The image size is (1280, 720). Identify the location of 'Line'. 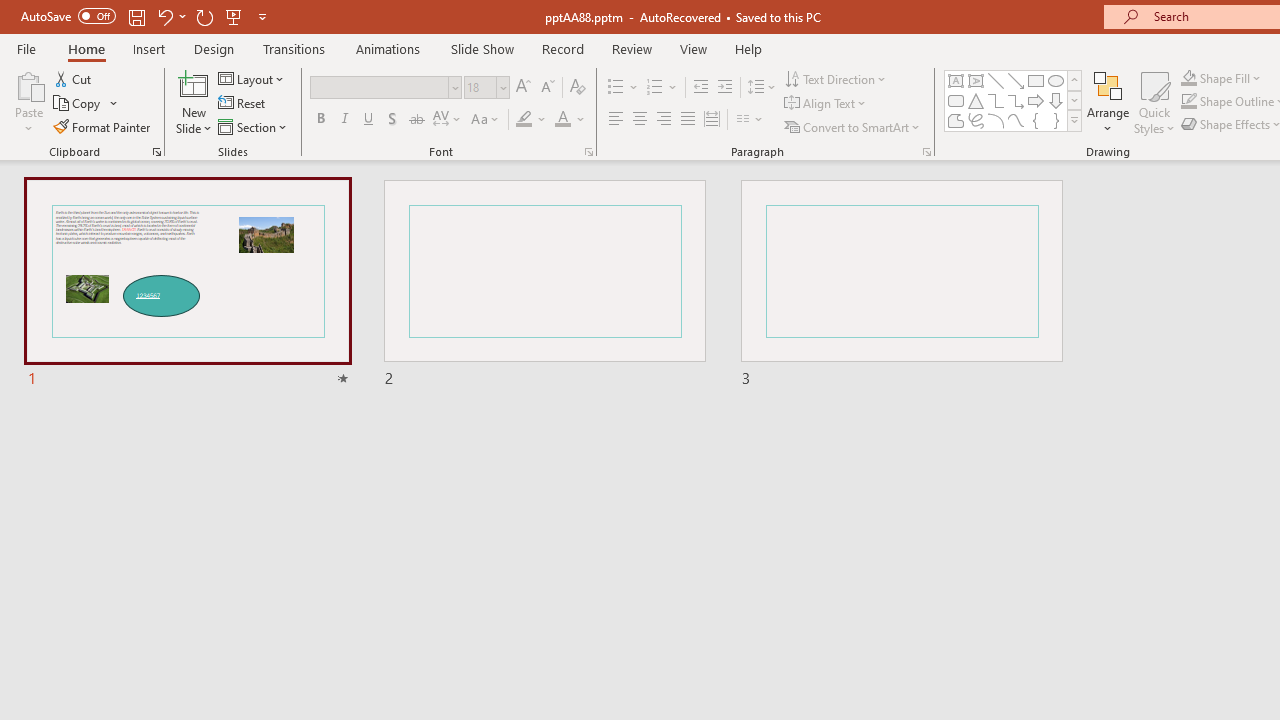
(995, 80).